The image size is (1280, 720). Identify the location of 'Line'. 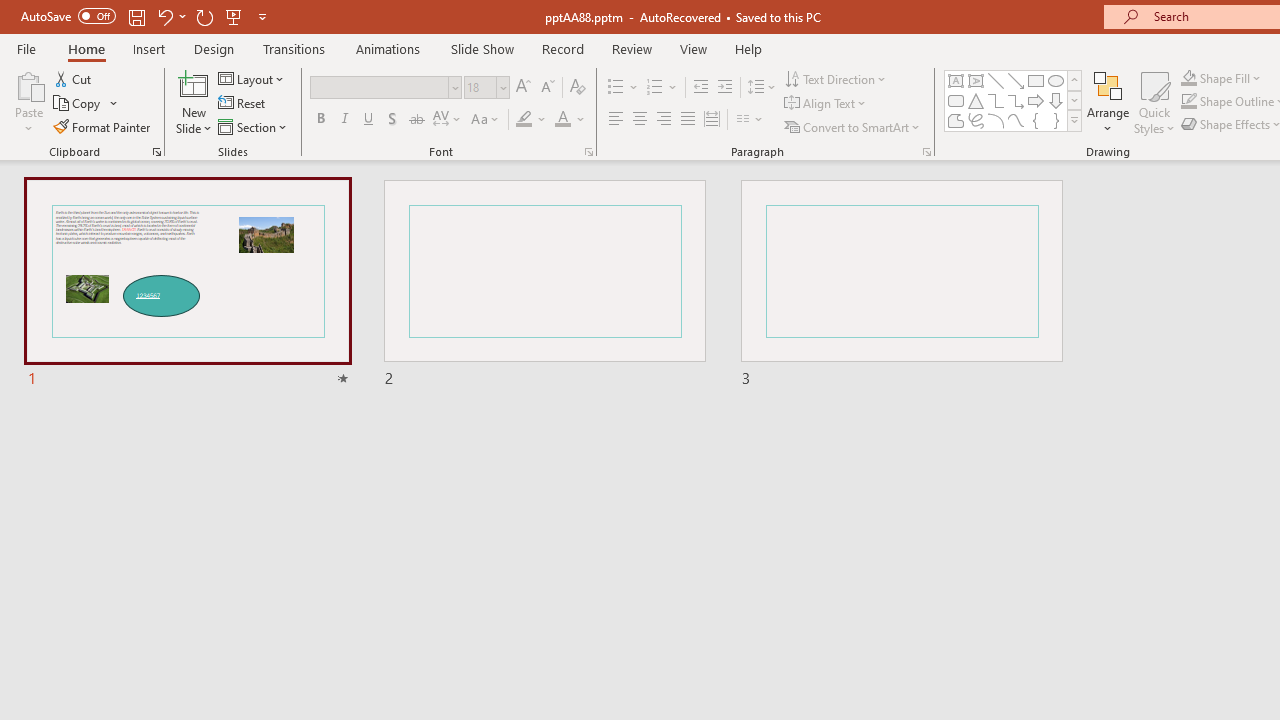
(995, 80).